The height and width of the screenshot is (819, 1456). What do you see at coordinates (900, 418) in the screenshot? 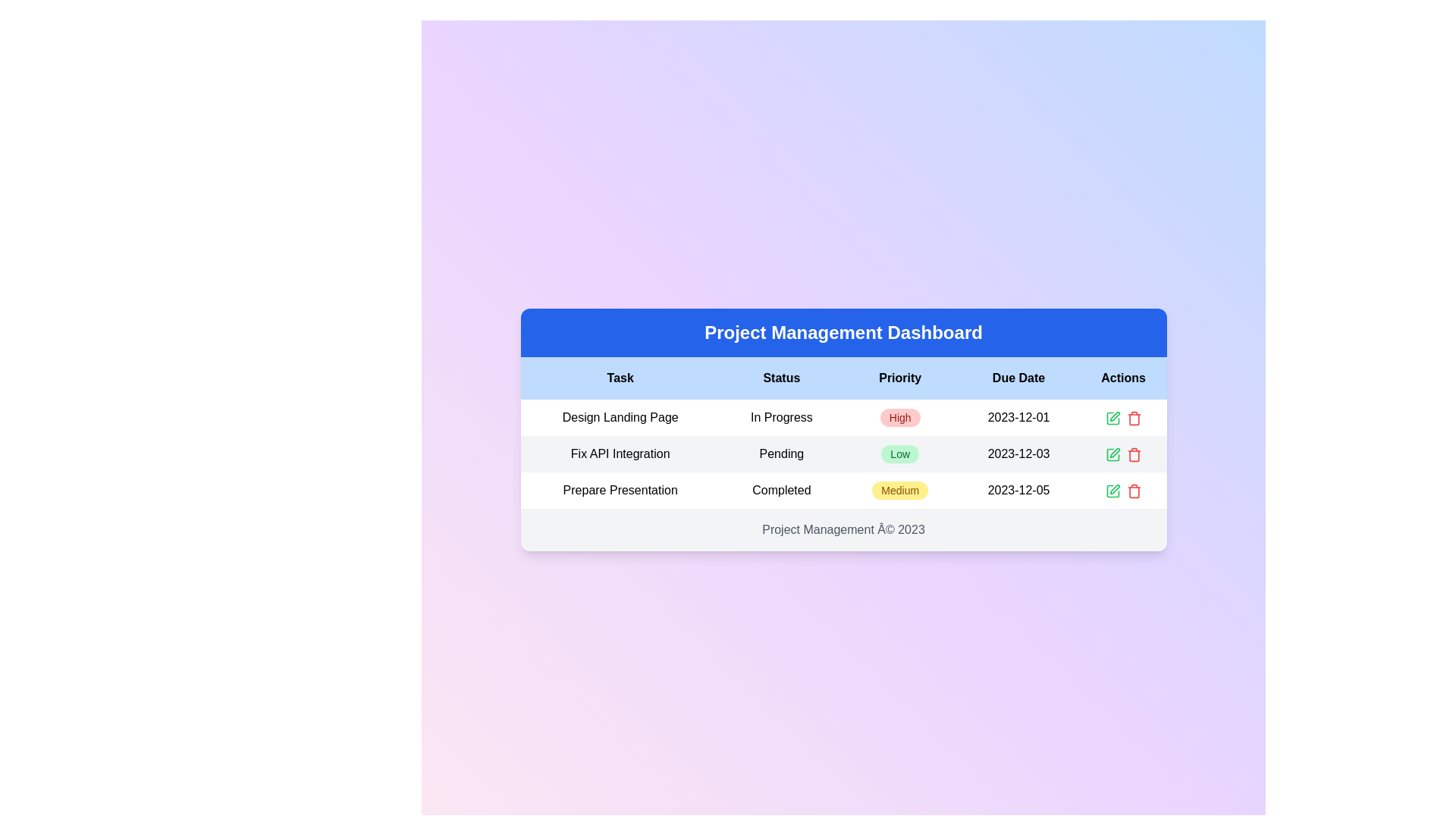
I see `the pill-shaped badge labeled 'High' with a light red background located in the 'Priority' column of the first row in the project management dashboard, adjacent to the 'Status' column entry` at bounding box center [900, 418].